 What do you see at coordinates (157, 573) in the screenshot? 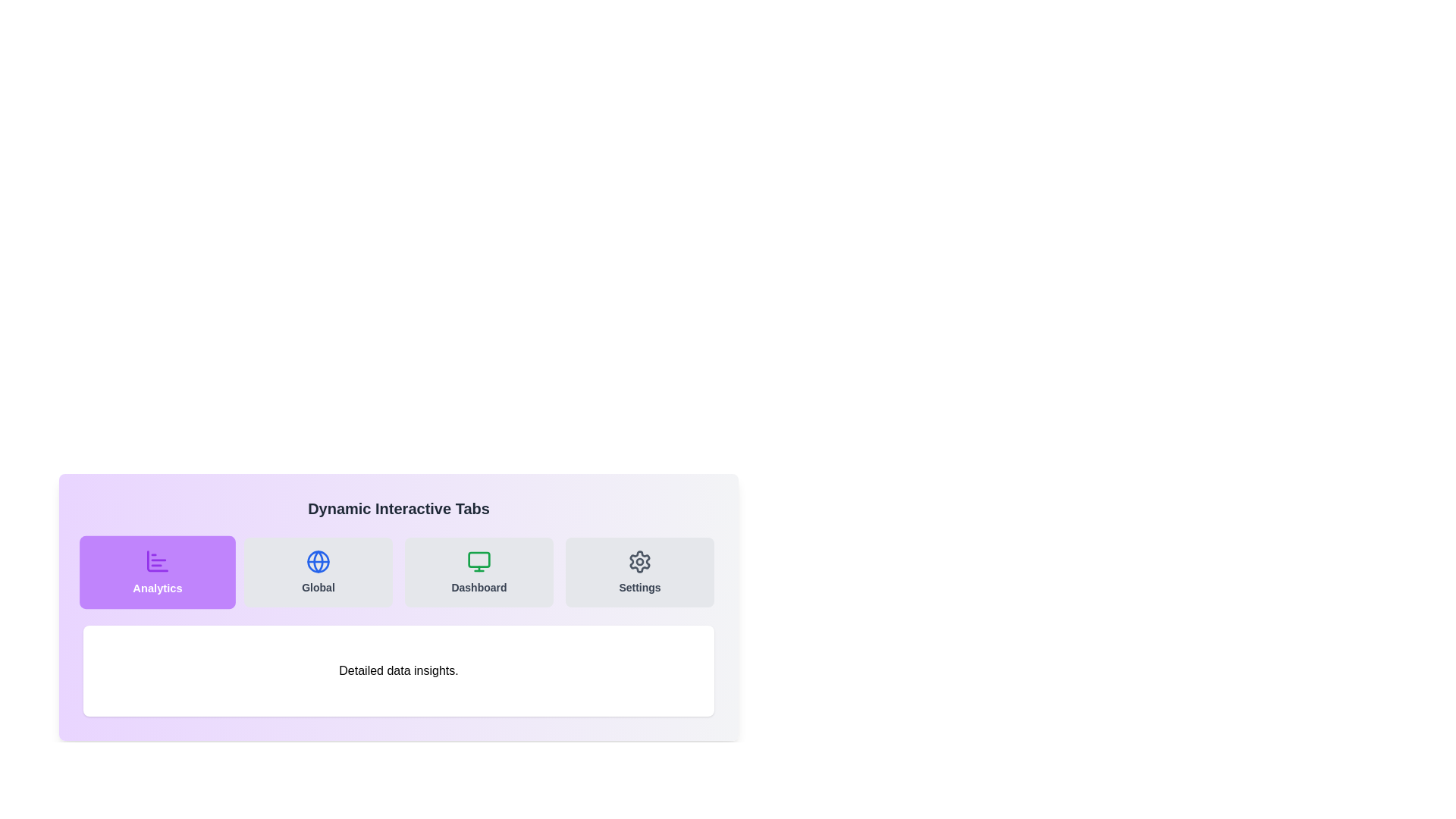
I see `the 'Analytics' interactive navigation tab, which is the first tab in a horizontal navigation bar` at bounding box center [157, 573].